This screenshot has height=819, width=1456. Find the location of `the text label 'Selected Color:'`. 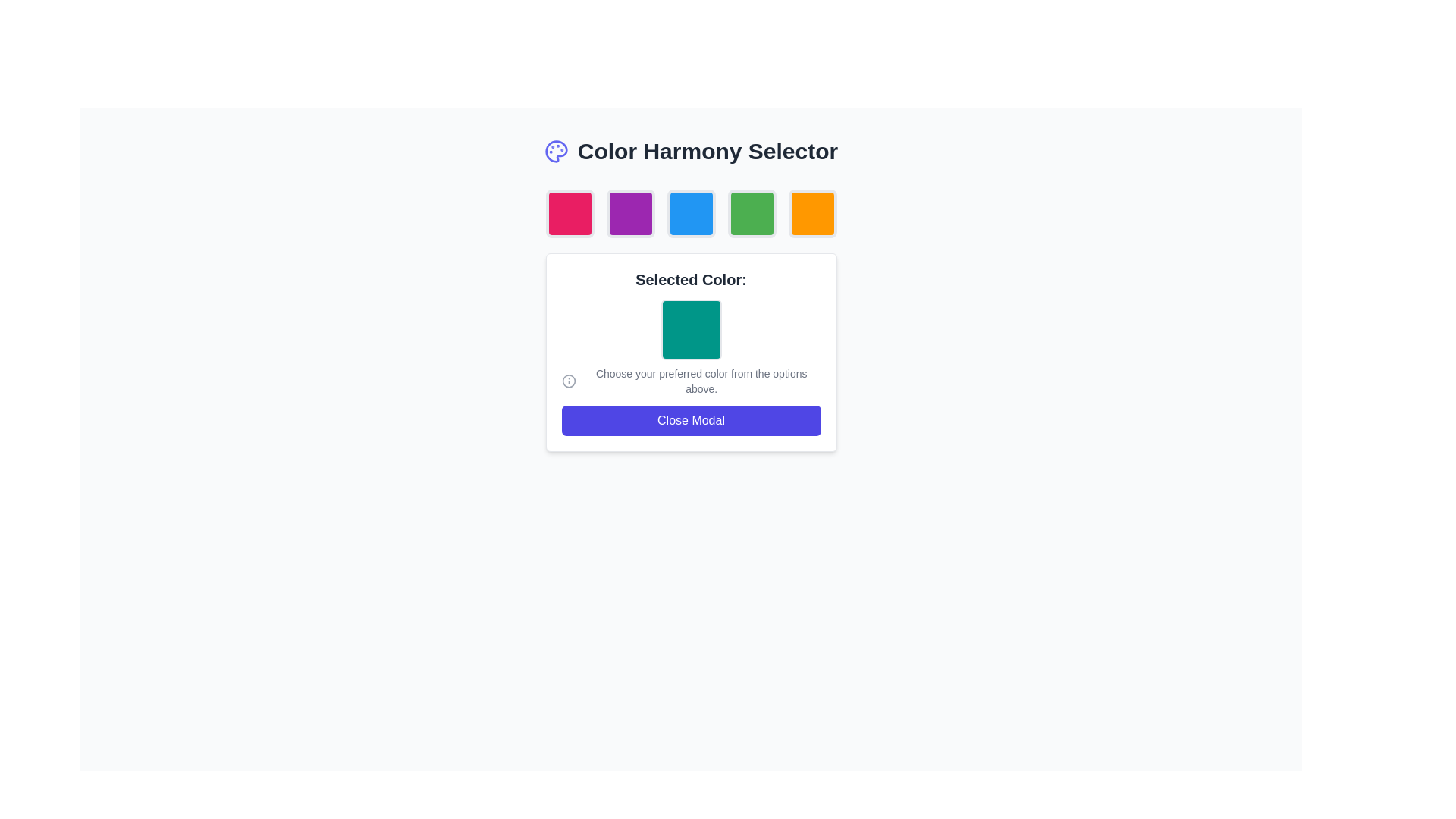

the text label 'Selected Color:' is located at coordinates (690, 280).